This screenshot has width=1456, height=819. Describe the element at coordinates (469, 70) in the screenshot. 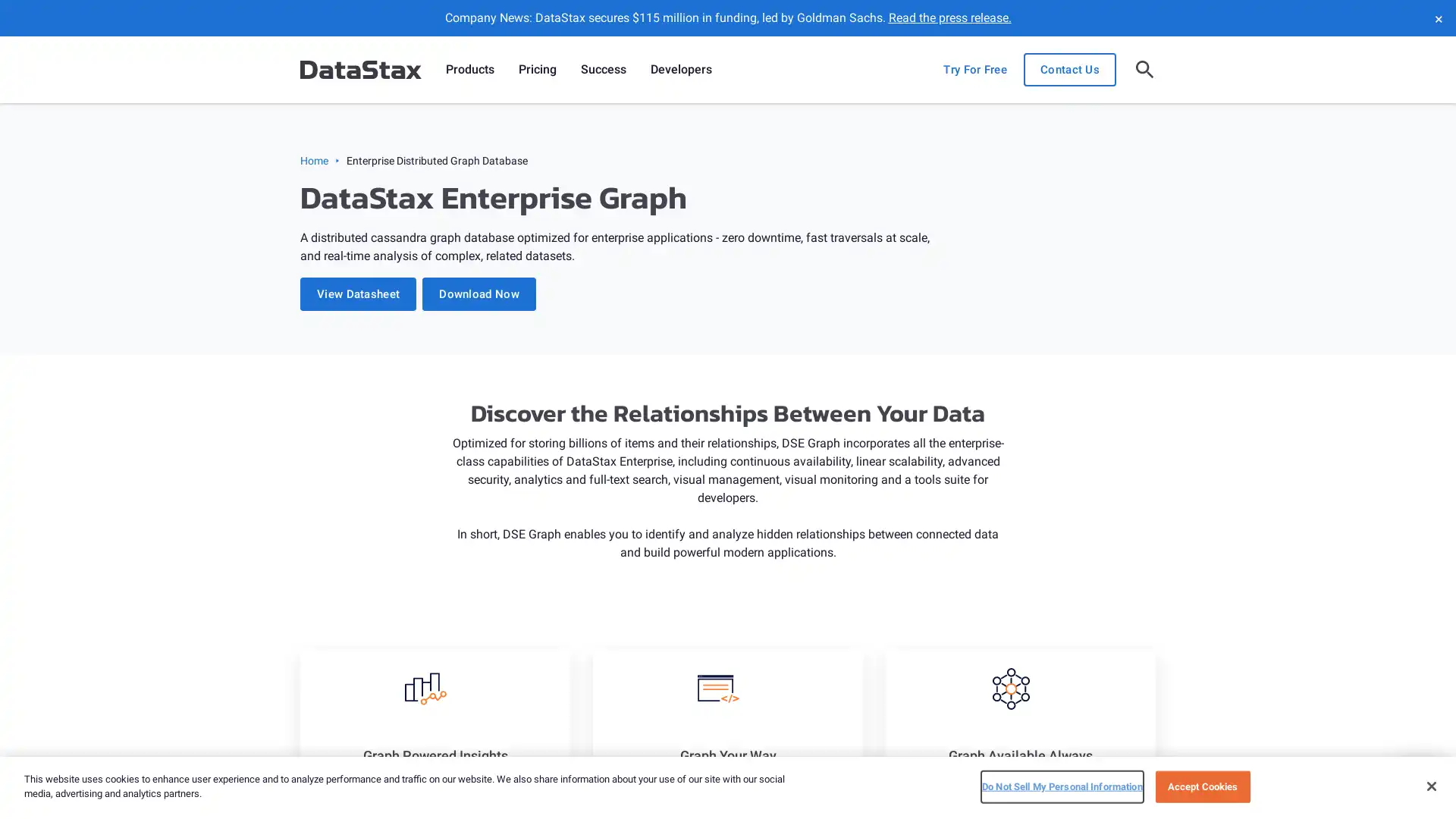

I see `Products` at that location.